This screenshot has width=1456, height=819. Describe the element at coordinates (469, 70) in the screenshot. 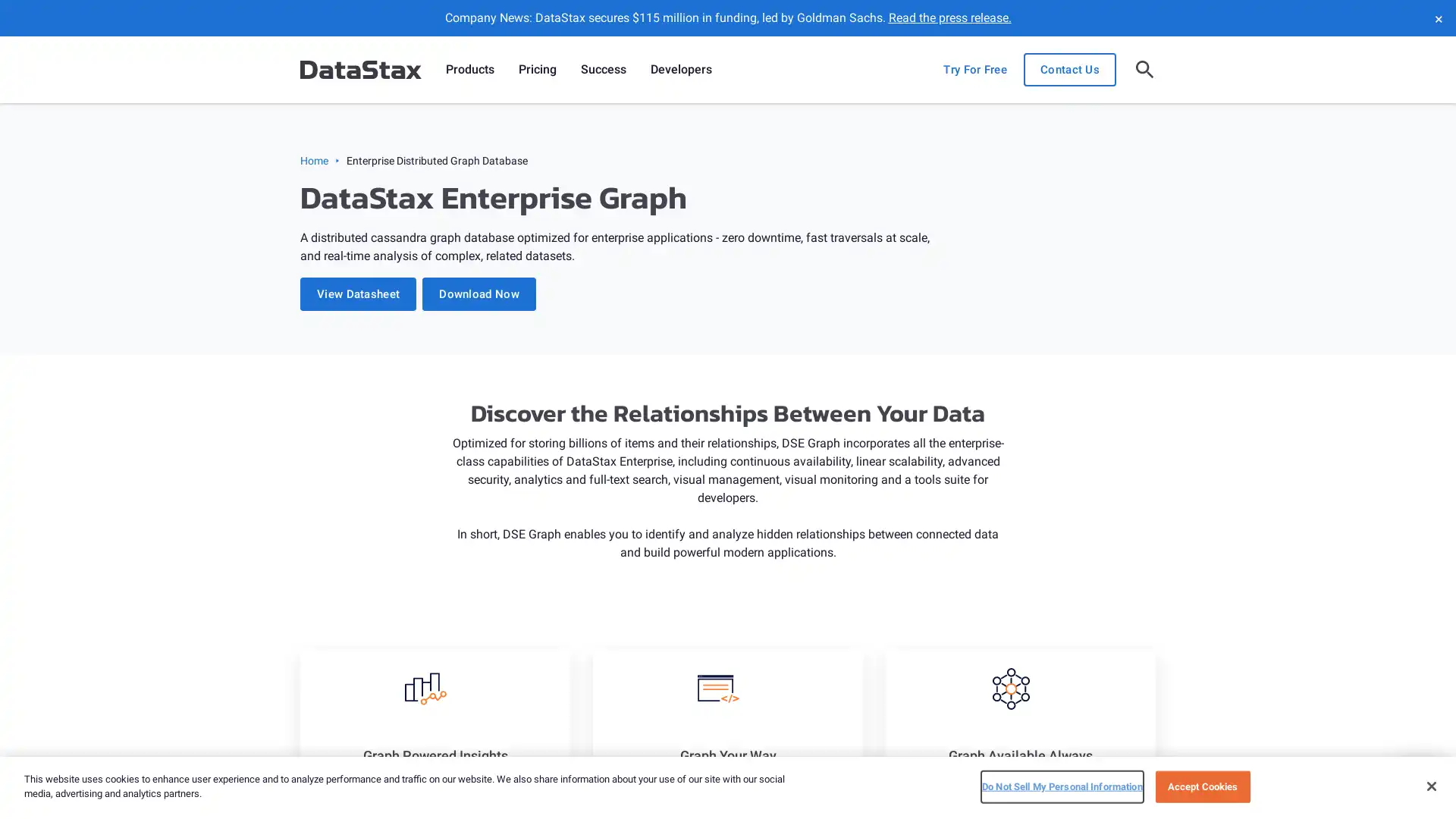

I see `Products` at that location.